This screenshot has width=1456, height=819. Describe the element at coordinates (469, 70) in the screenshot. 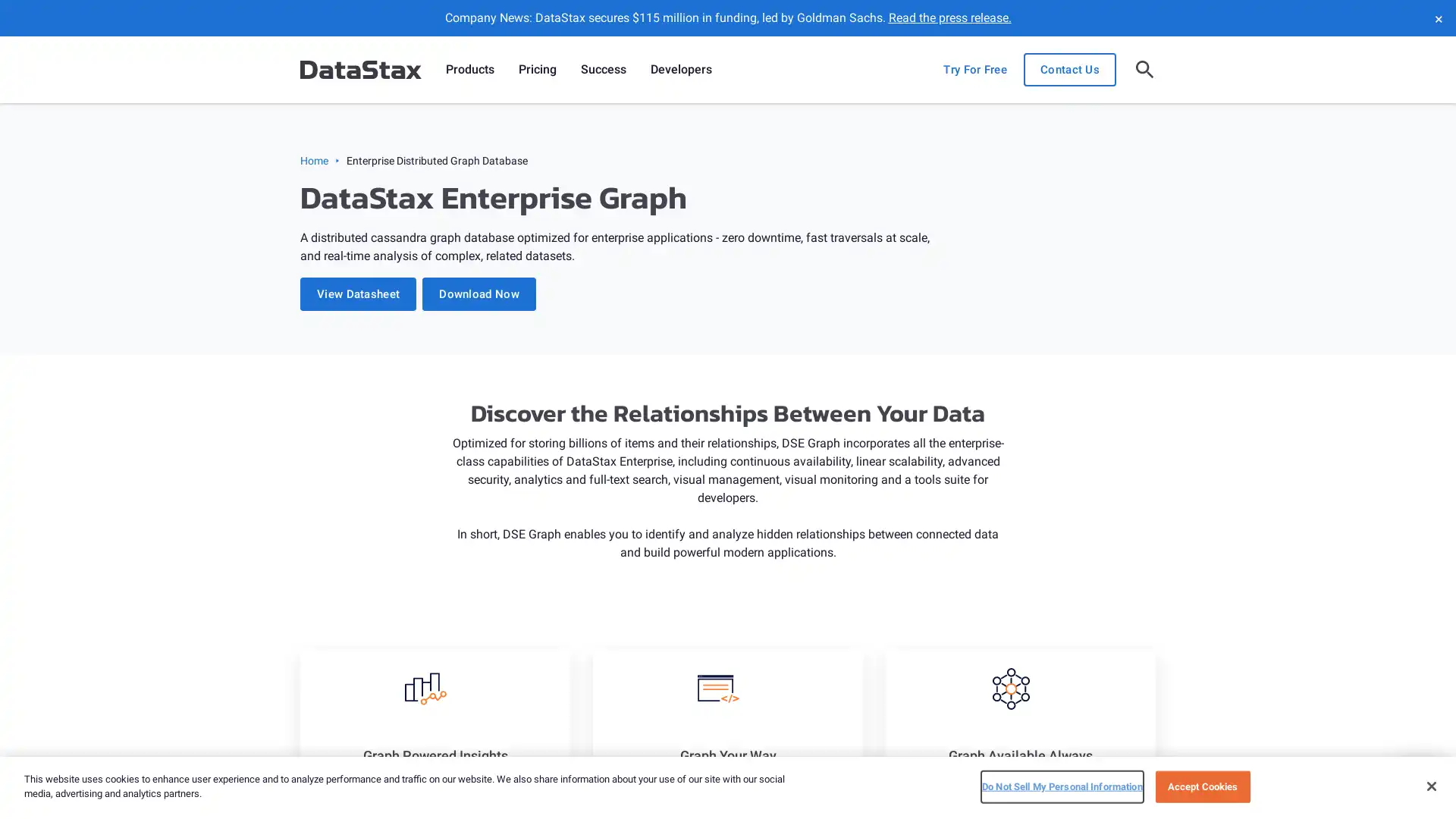

I see `Products` at that location.